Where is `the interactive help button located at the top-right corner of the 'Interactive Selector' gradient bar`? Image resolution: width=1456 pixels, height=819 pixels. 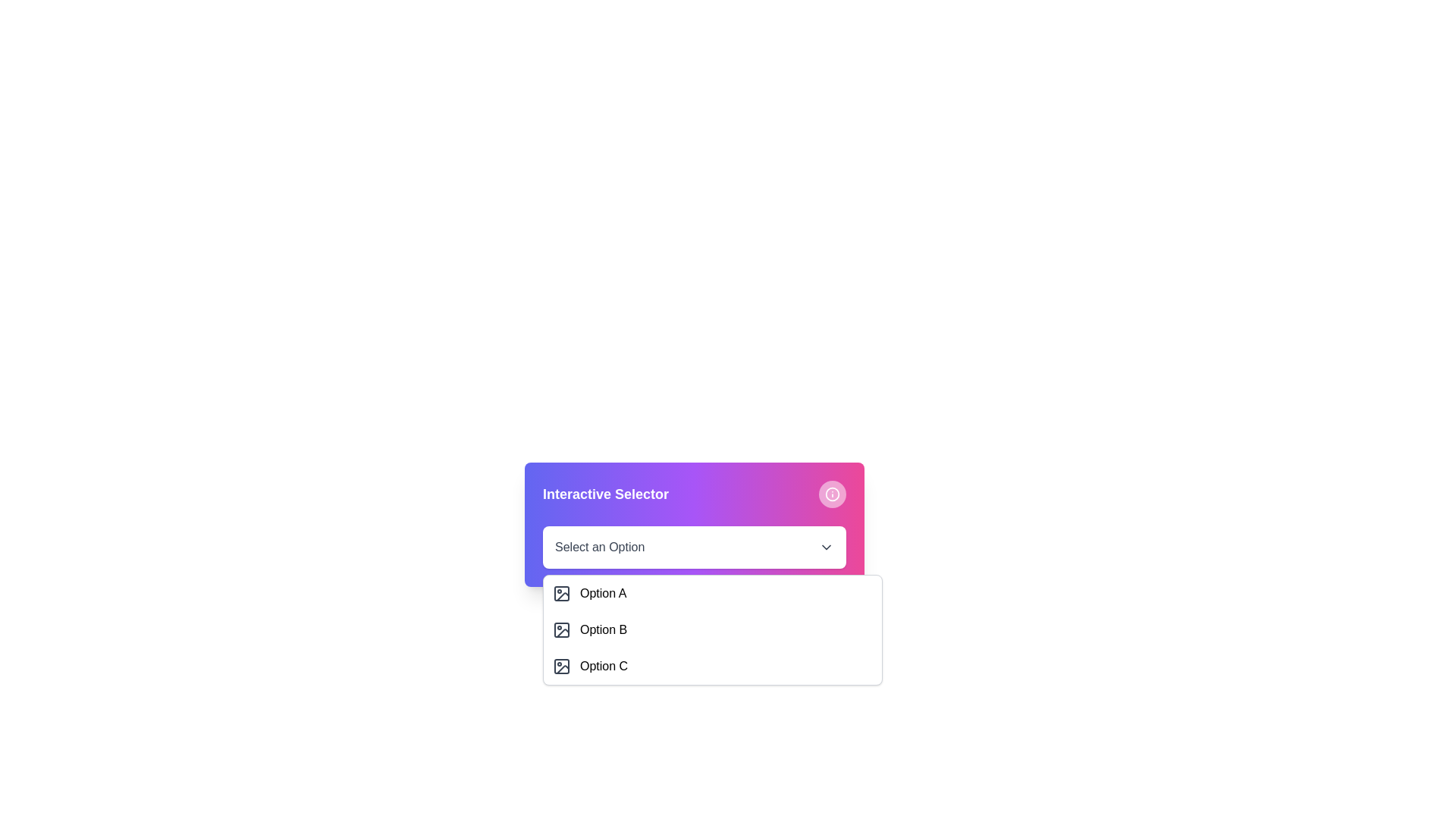 the interactive help button located at the top-right corner of the 'Interactive Selector' gradient bar is located at coordinates (832, 494).